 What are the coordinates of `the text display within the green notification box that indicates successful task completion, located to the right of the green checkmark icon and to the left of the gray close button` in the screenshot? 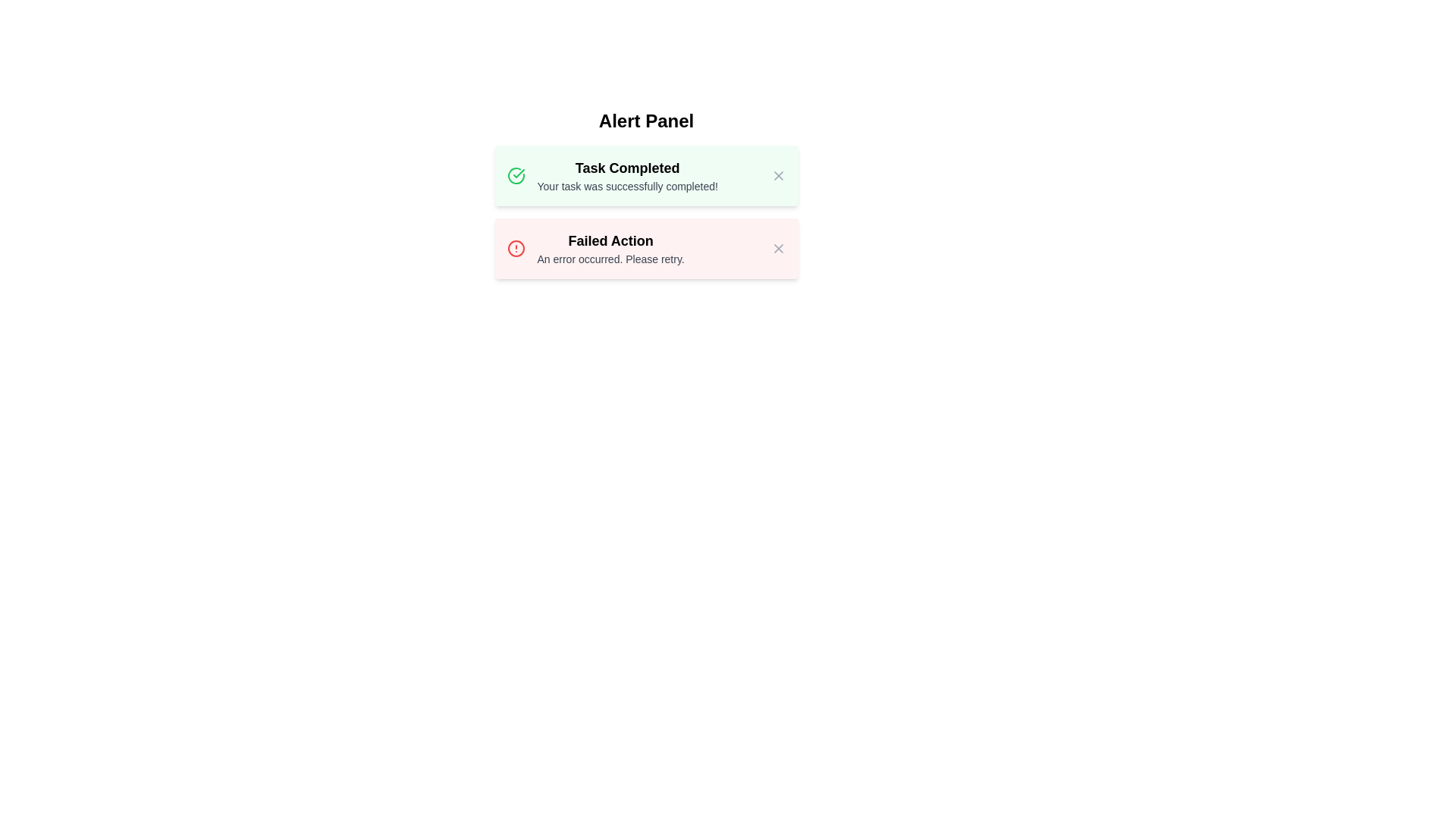 It's located at (627, 174).